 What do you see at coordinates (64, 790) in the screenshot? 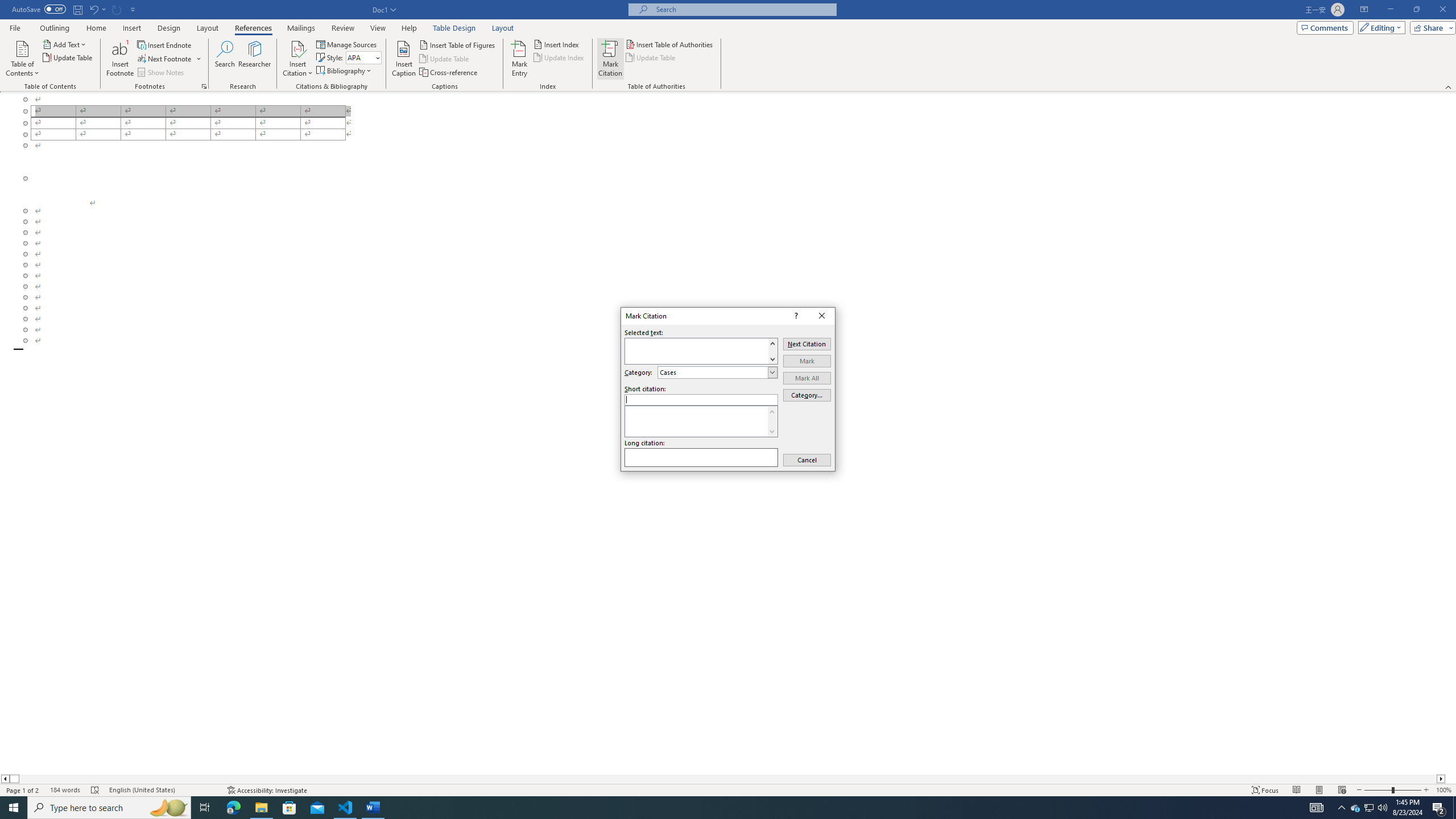
I see `'Word Count 184 words'` at bounding box center [64, 790].